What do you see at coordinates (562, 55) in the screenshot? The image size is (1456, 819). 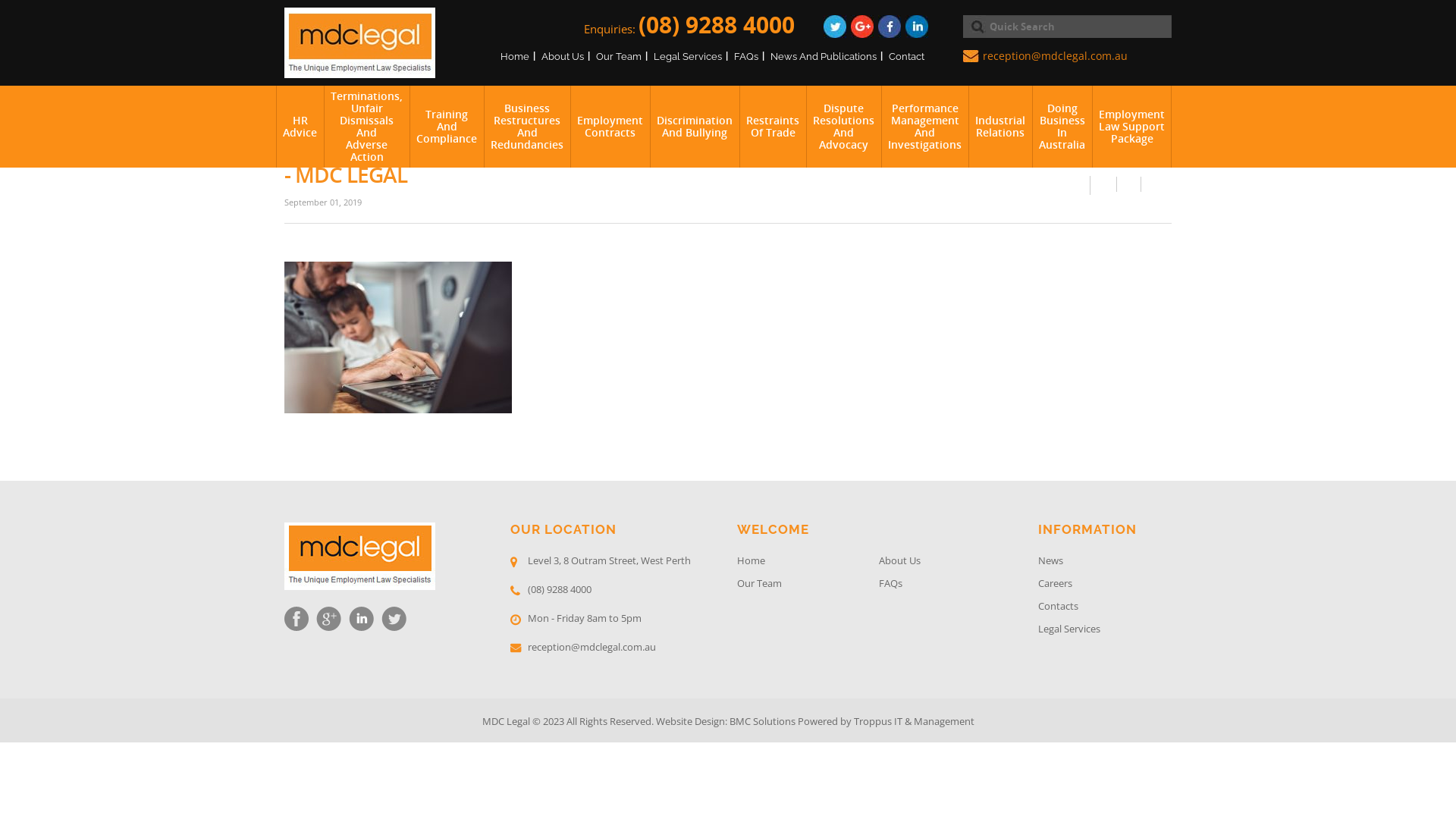 I see `'About Us'` at bounding box center [562, 55].